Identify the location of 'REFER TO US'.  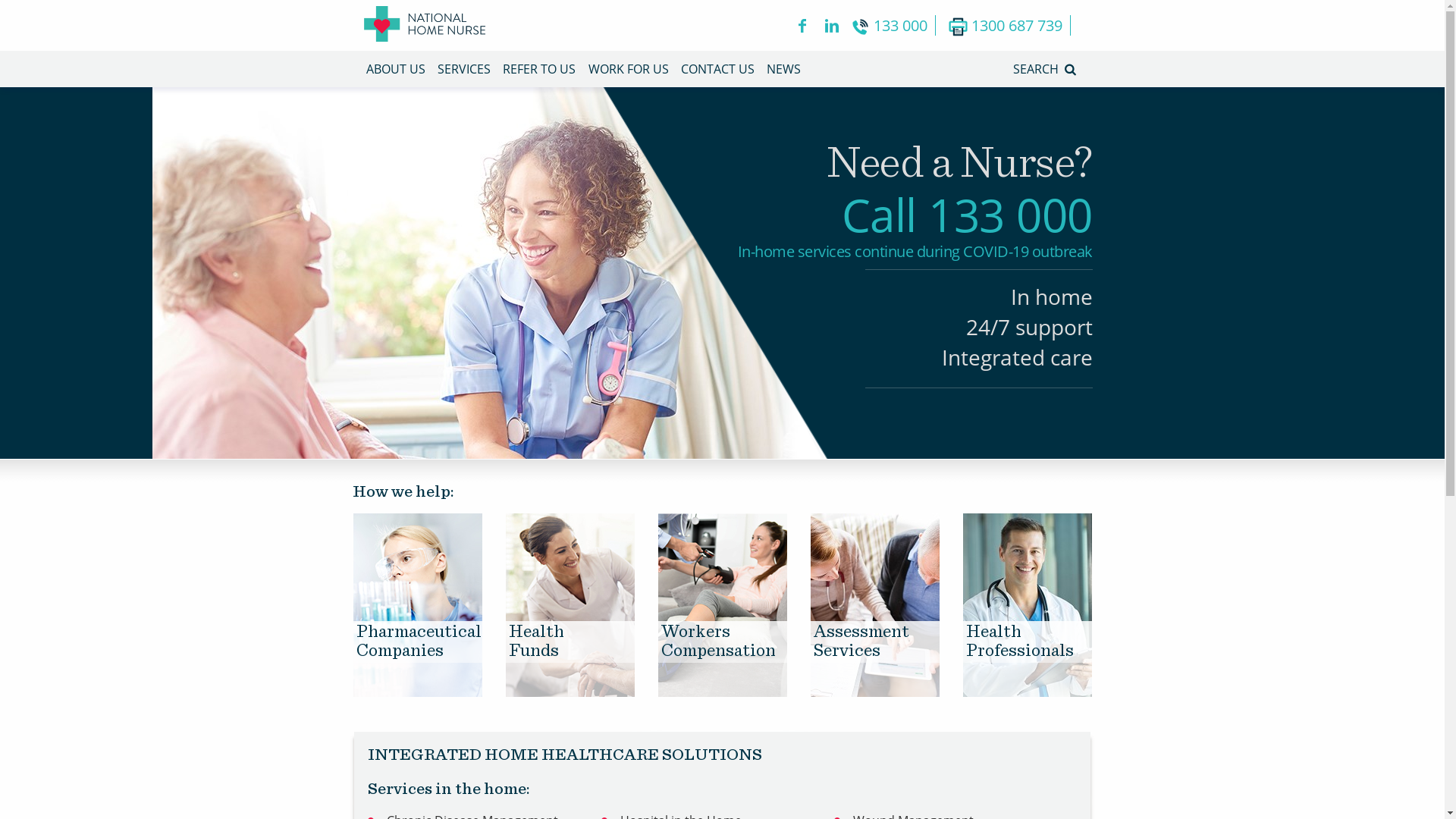
(538, 69).